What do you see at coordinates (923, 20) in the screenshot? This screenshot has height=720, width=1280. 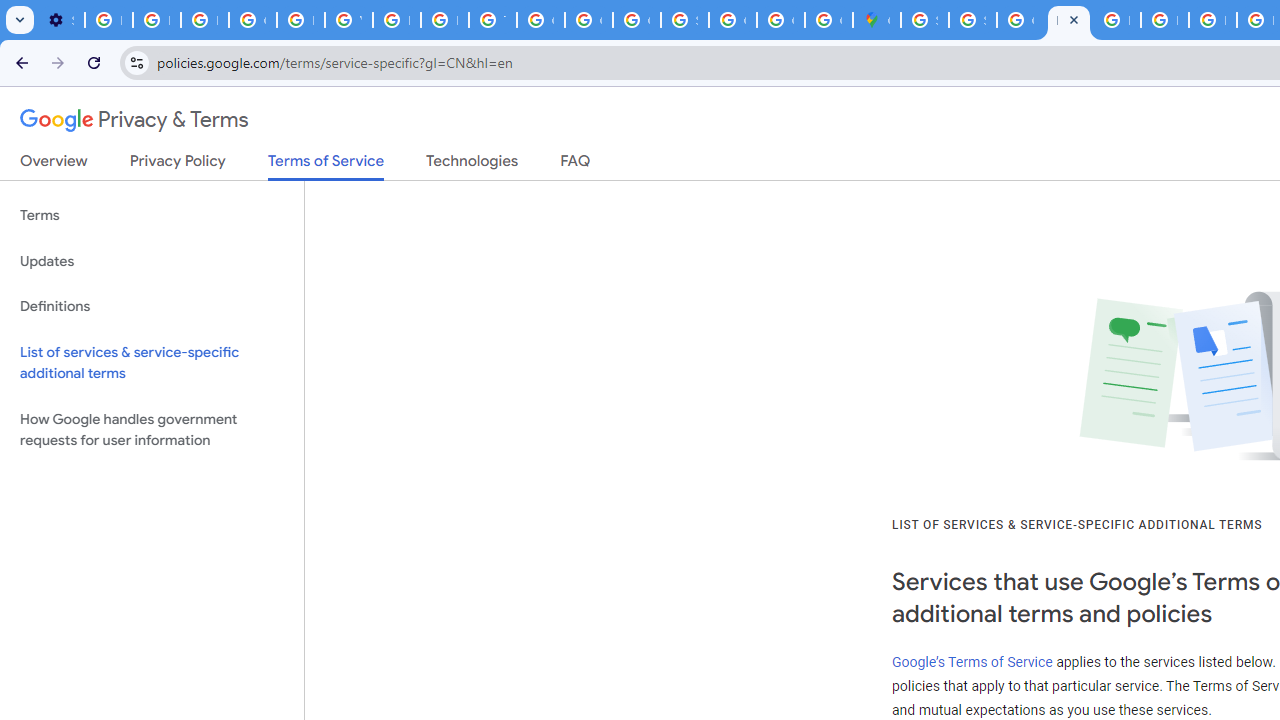 I see `'Sign in - Google Accounts'` at bounding box center [923, 20].